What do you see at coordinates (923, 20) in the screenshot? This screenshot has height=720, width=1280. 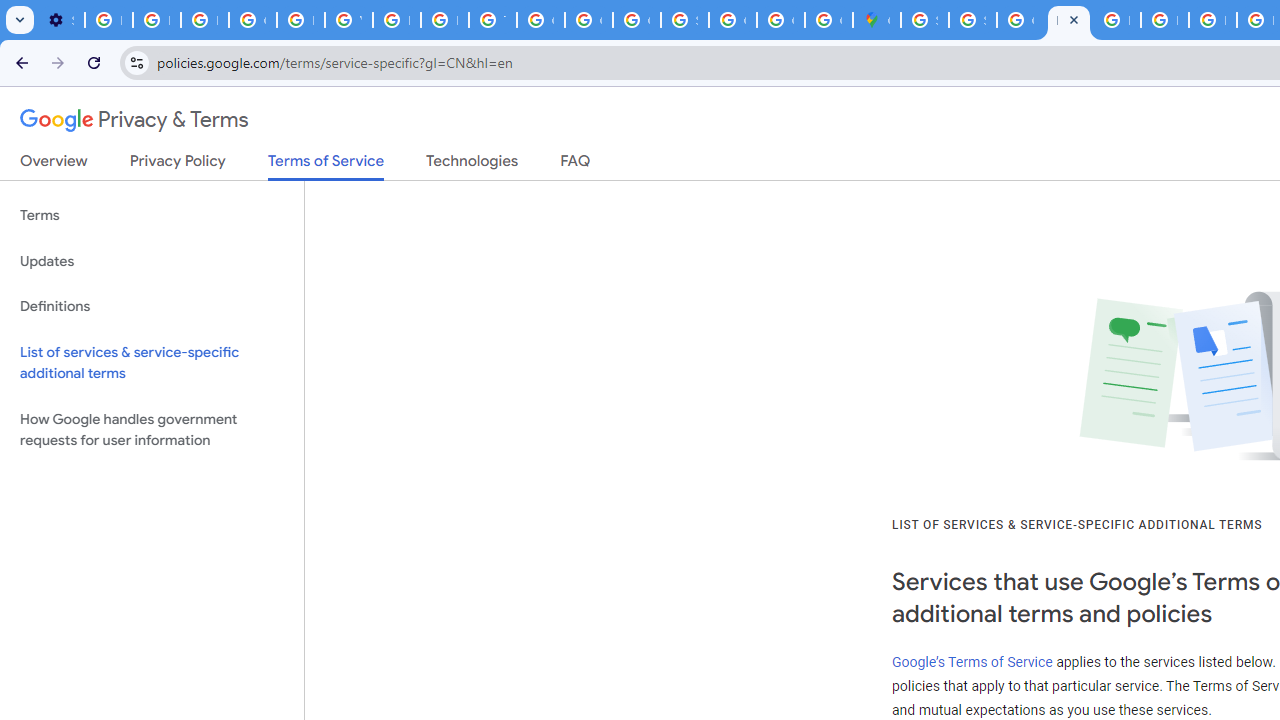 I see `'Sign in - Google Accounts'` at bounding box center [923, 20].